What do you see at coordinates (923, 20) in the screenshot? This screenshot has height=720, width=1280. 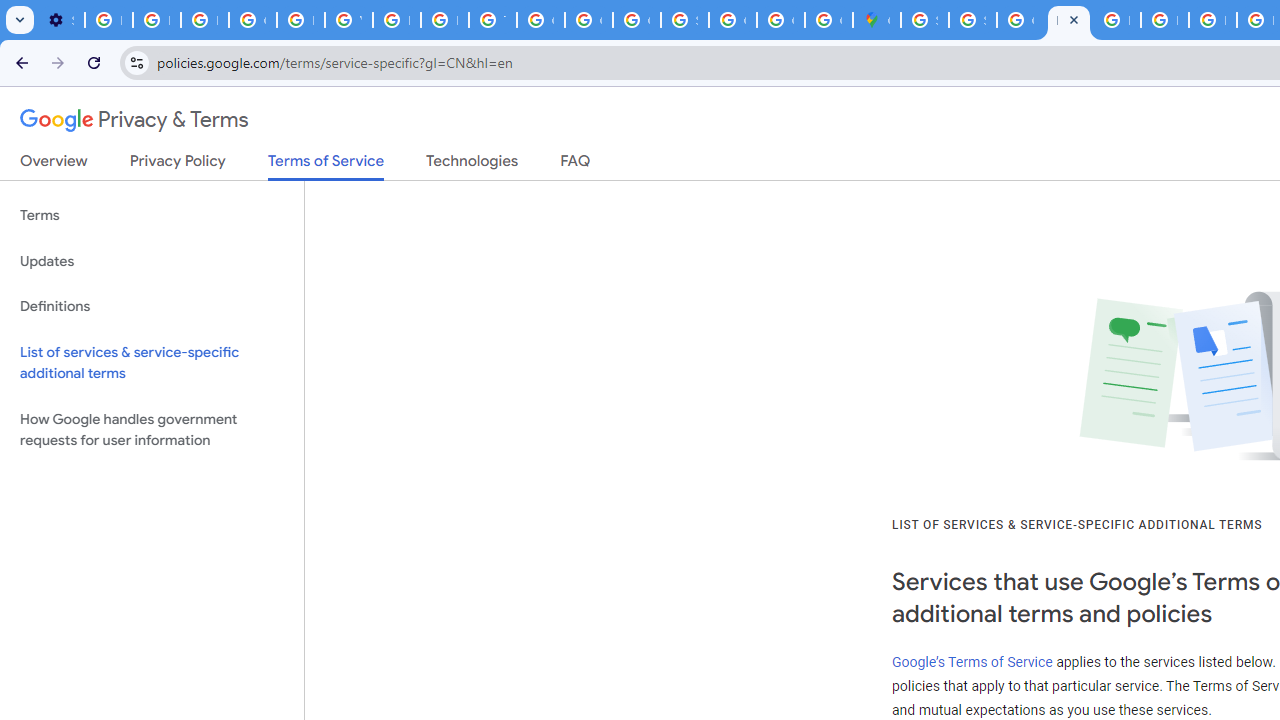 I see `'Sign in - Google Accounts'` at bounding box center [923, 20].